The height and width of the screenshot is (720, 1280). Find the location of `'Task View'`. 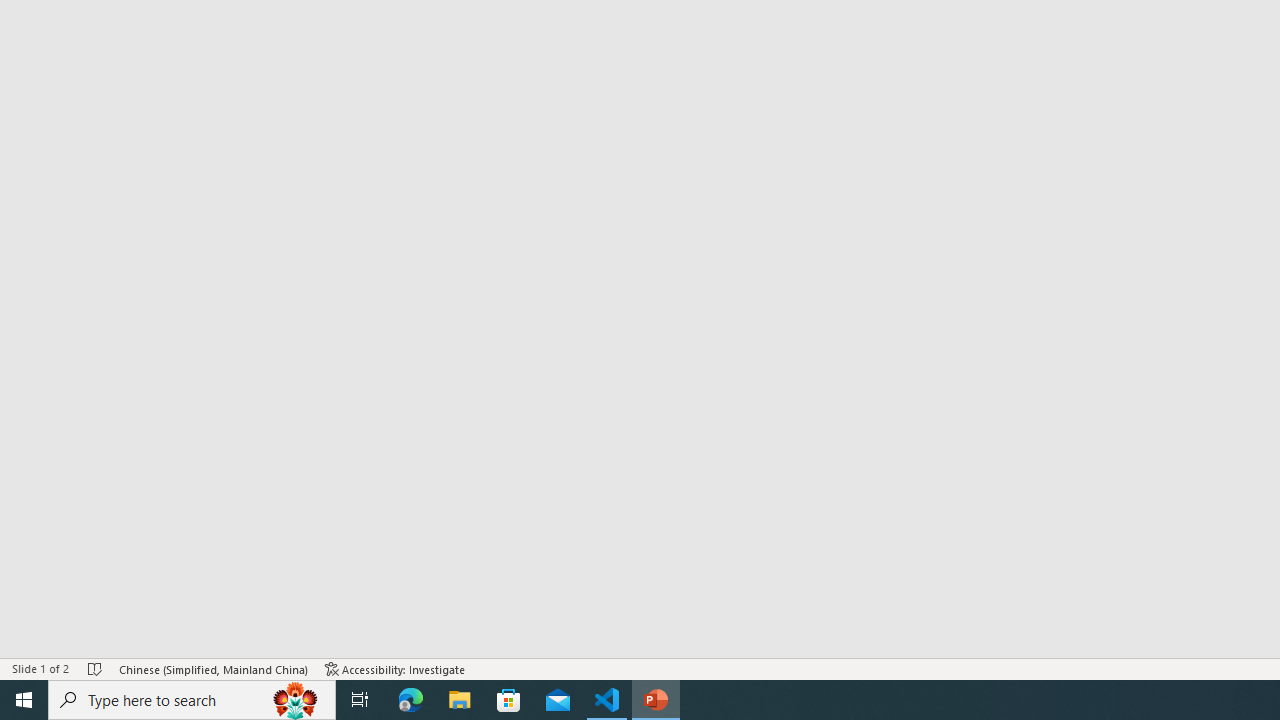

'Task View' is located at coordinates (359, 698).